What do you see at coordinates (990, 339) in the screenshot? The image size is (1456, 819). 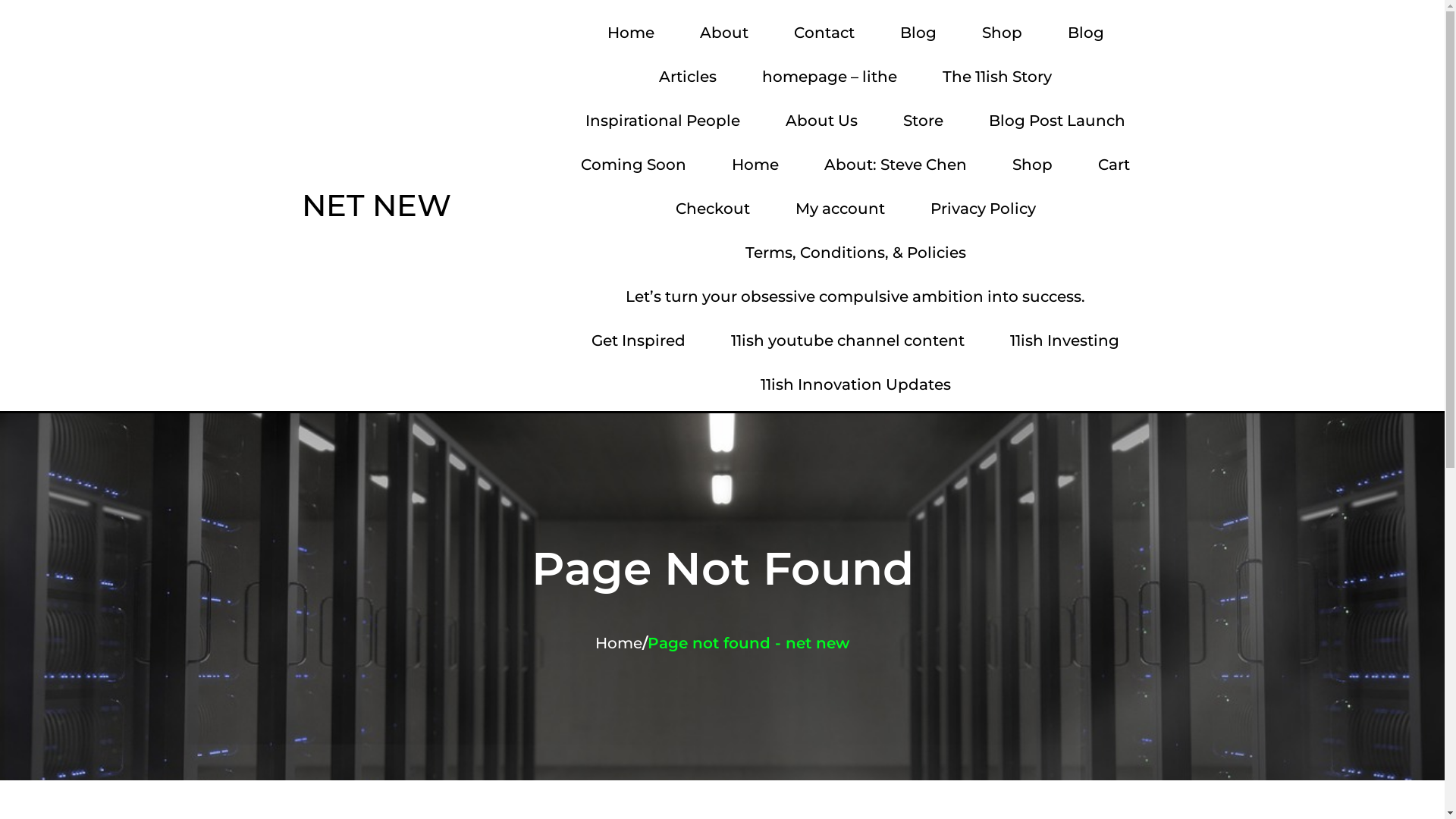 I see `'11ish Investing'` at bounding box center [990, 339].